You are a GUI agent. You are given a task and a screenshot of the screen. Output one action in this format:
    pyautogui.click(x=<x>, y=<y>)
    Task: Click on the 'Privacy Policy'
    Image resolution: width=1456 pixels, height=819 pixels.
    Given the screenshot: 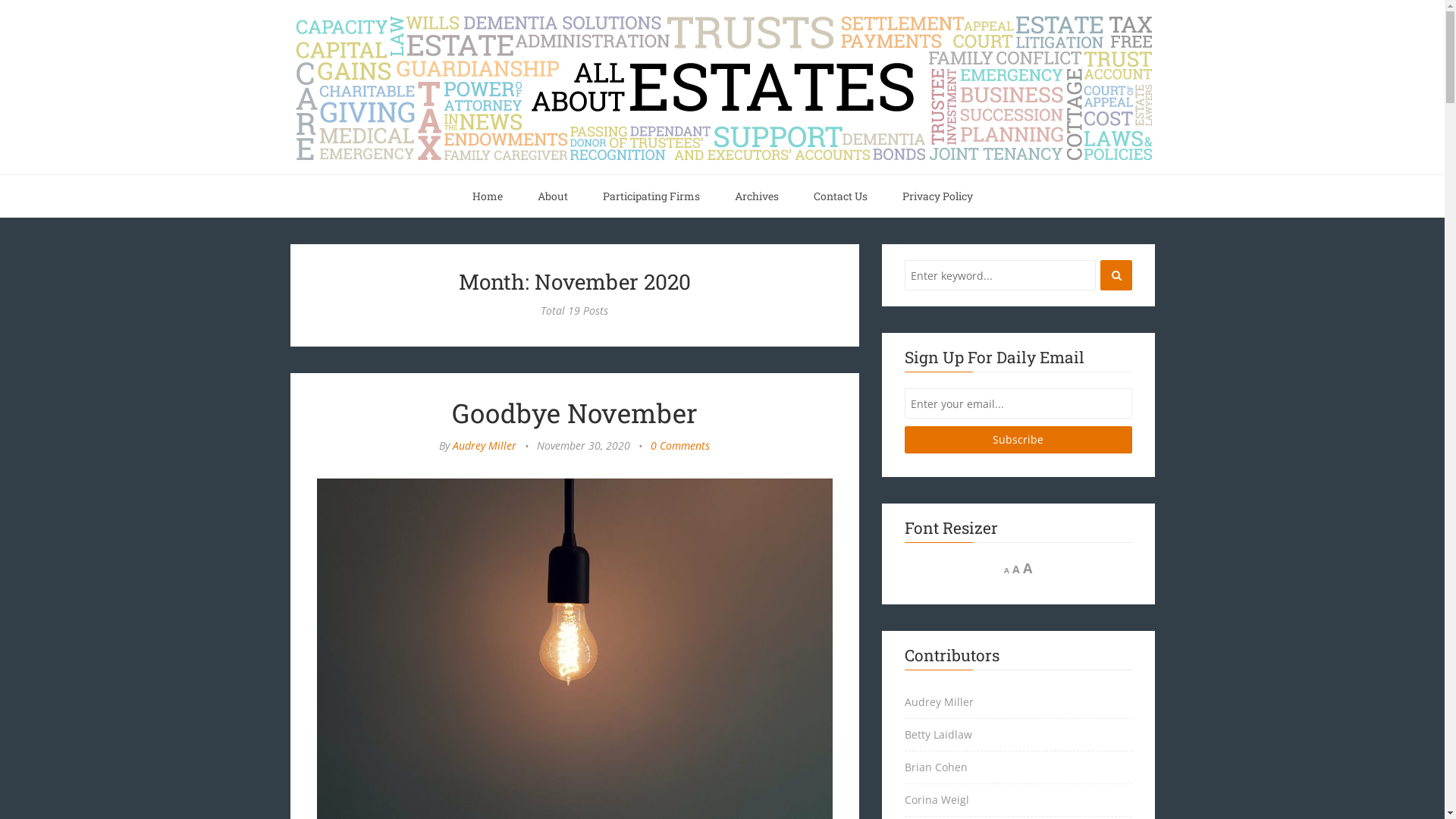 What is the action you would take?
    pyautogui.click(x=936, y=195)
    